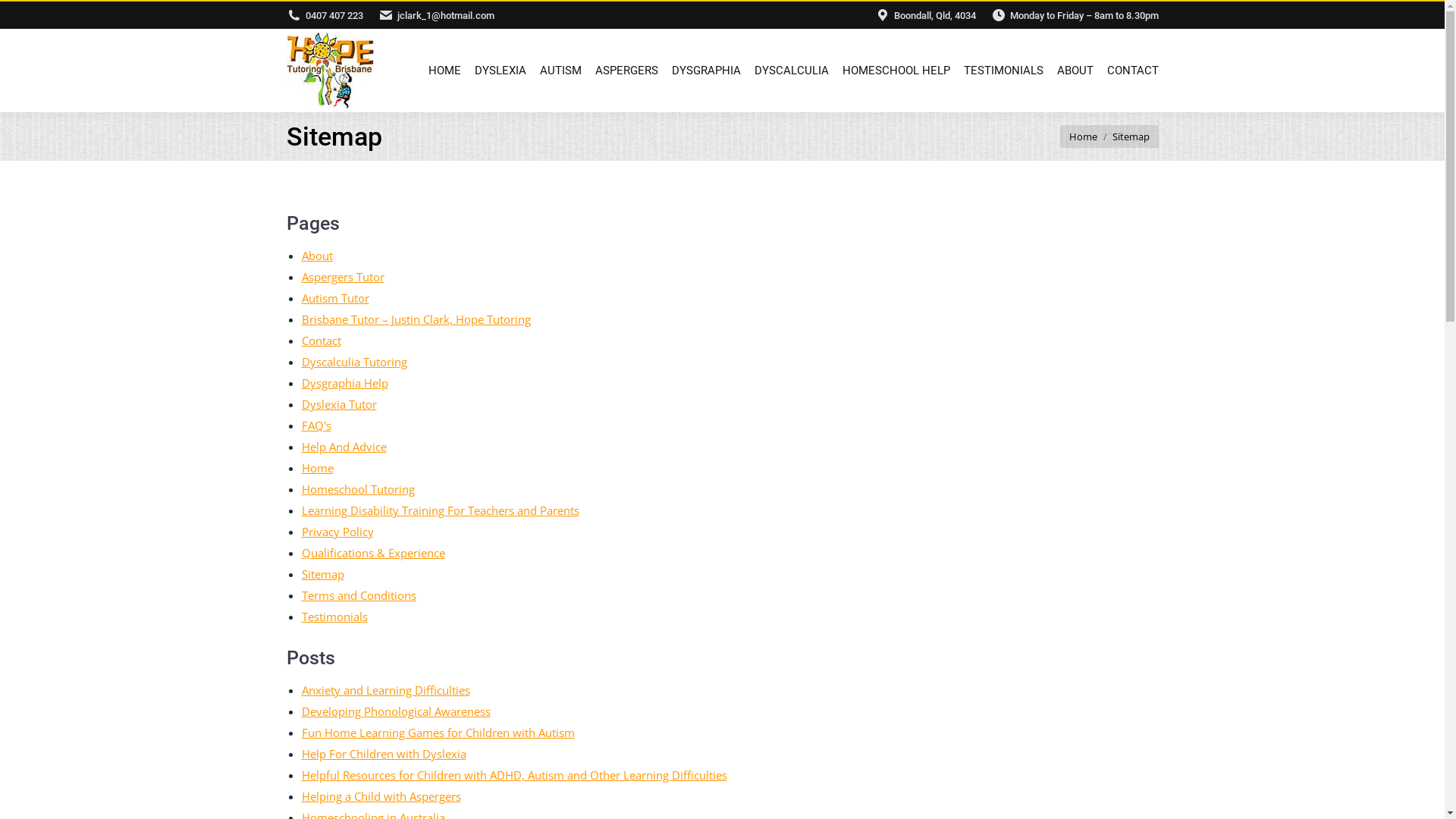 Image resolution: width=1456 pixels, height=819 pixels. Describe the element at coordinates (1129, 70) in the screenshot. I see `'CONTACT'` at that location.